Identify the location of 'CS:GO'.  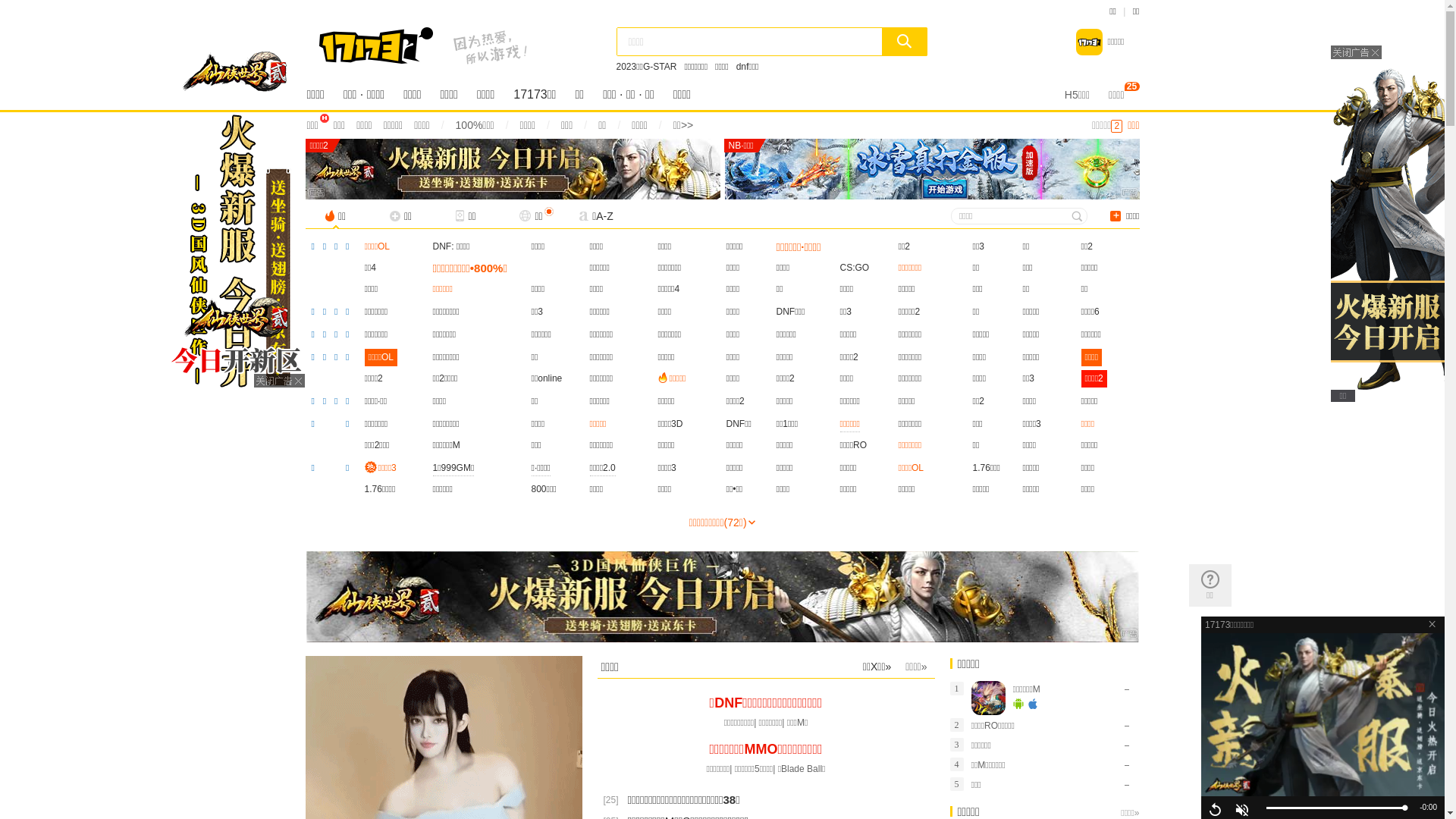
(855, 267).